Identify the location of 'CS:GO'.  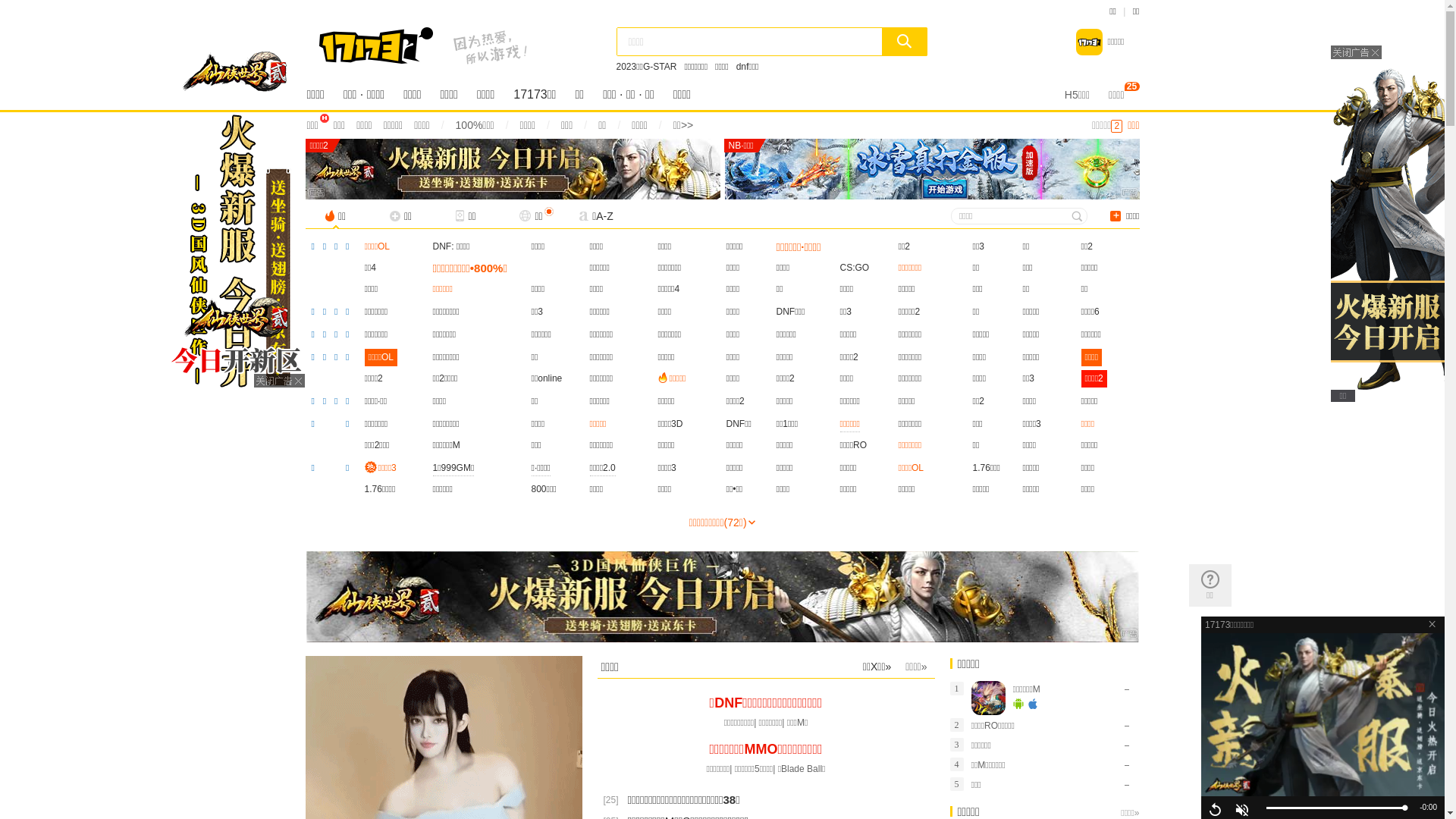
(855, 267).